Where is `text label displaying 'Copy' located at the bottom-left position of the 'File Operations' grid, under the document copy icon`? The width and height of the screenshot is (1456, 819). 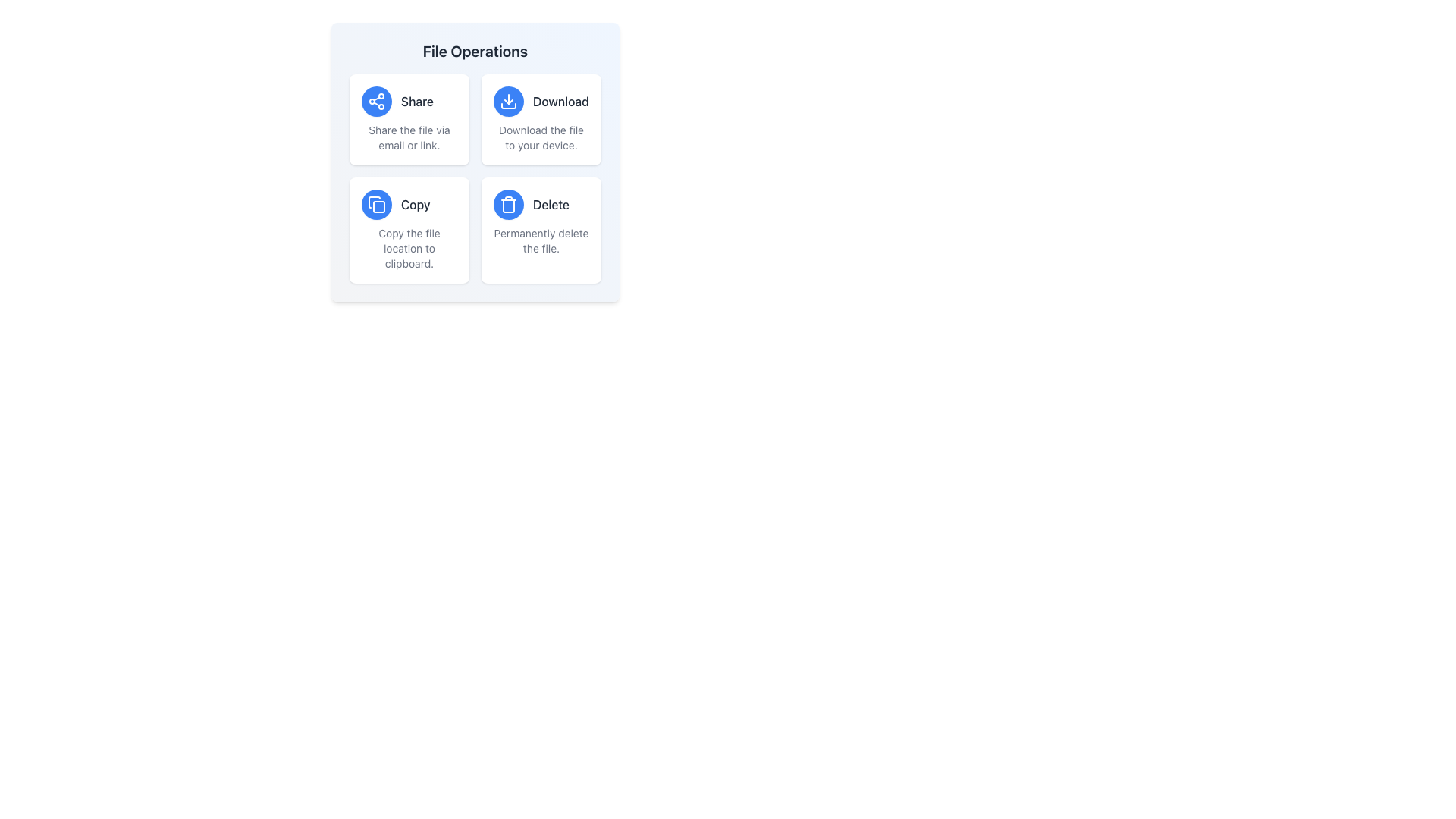 text label displaying 'Copy' located at the bottom-left position of the 'File Operations' grid, under the document copy icon is located at coordinates (416, 205).